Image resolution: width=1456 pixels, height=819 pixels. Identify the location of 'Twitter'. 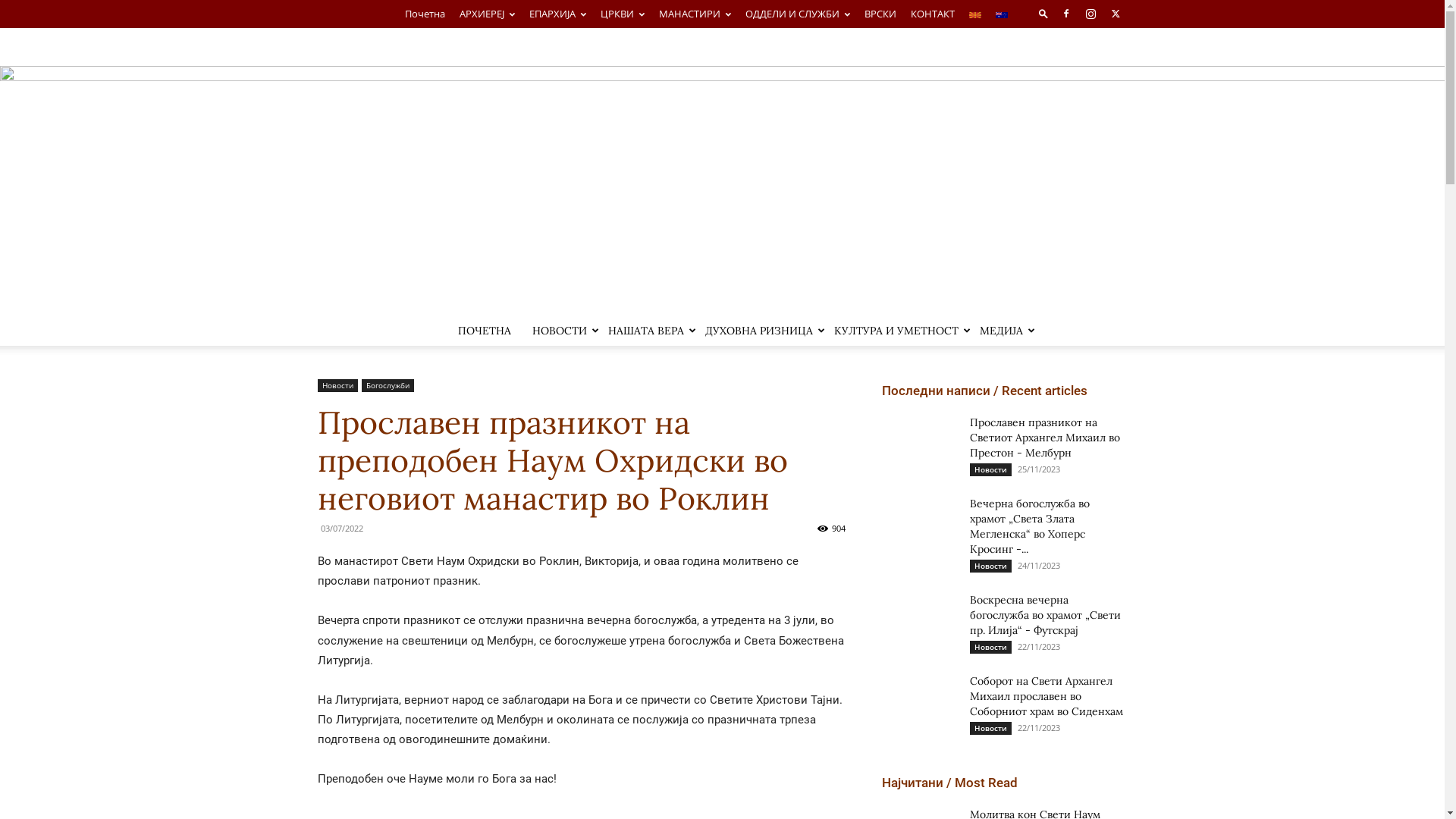
(1115, 14).